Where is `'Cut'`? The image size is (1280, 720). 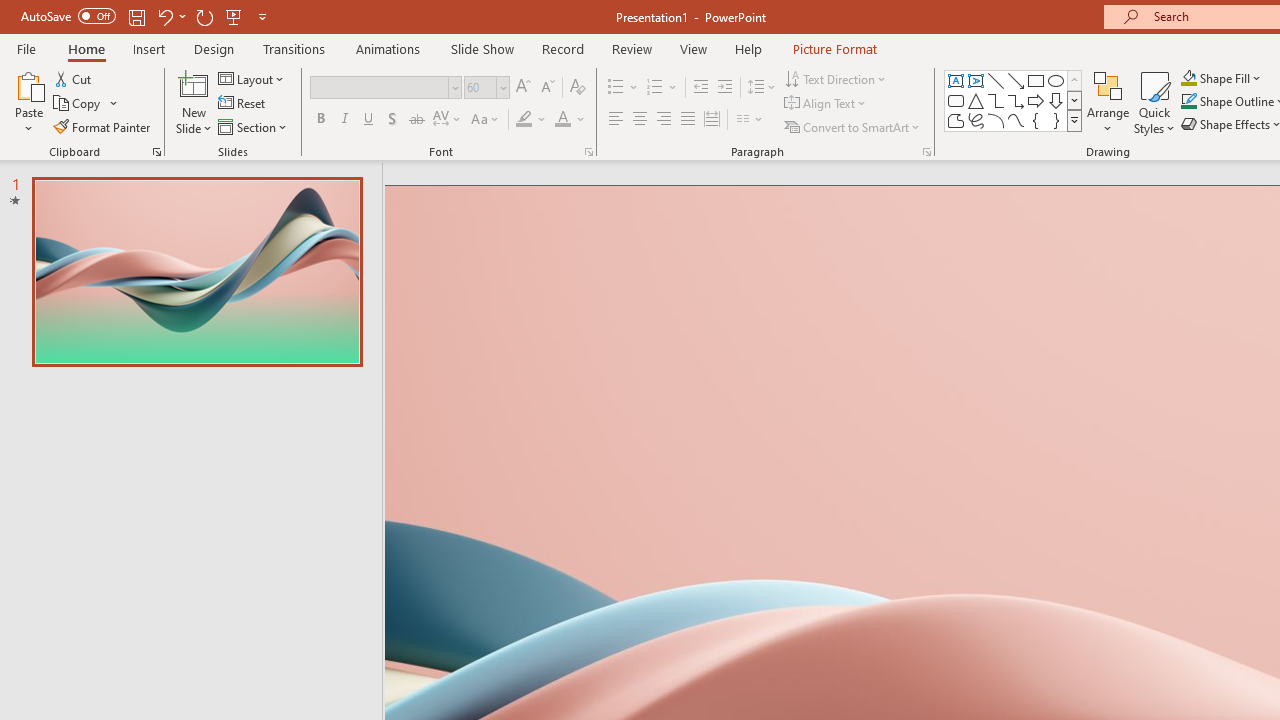
'Cut' is located at coordinates (74, 78).